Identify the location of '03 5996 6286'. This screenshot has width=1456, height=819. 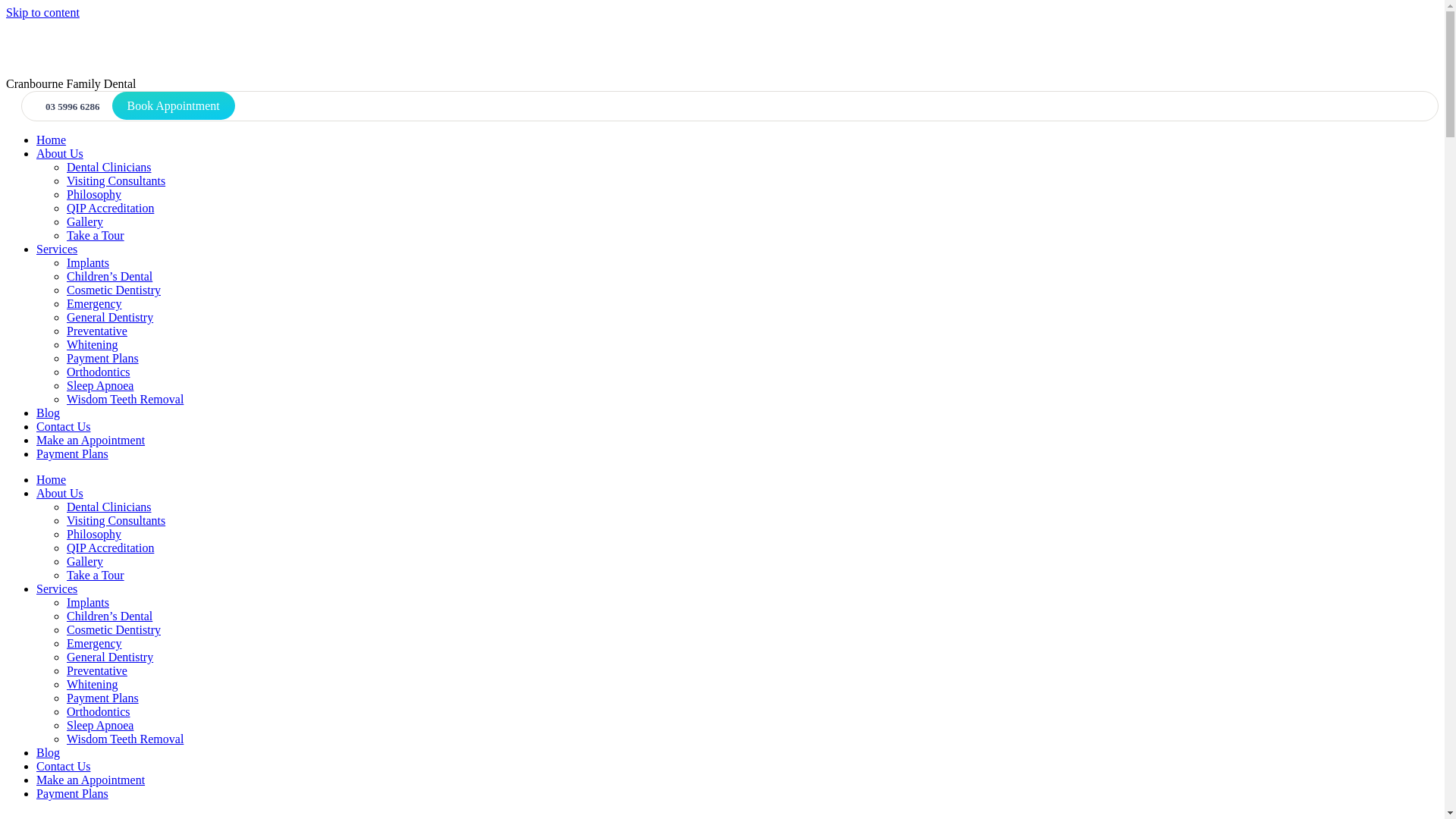
(67, 105).